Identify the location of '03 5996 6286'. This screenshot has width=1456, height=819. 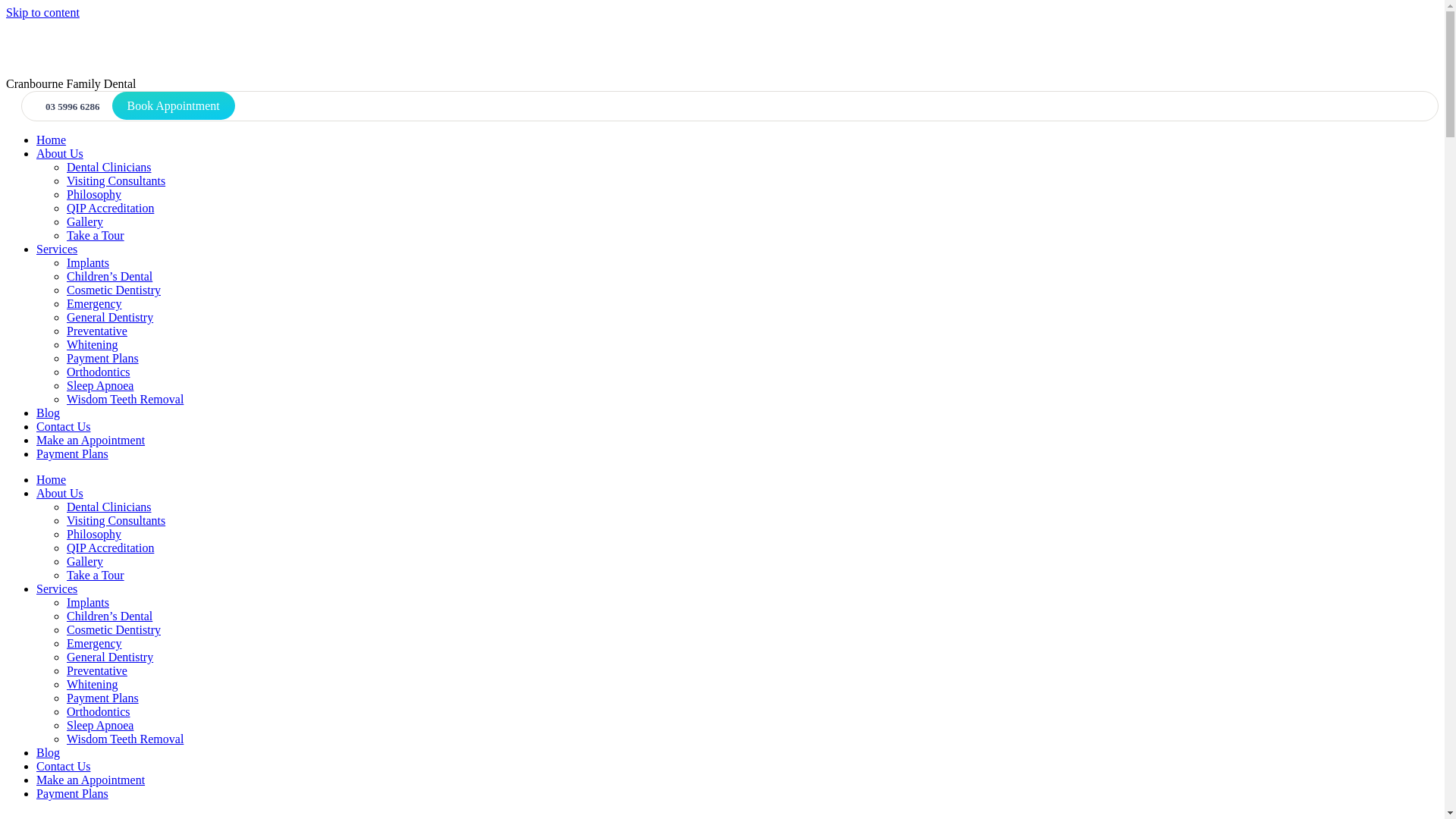
(67, 105).